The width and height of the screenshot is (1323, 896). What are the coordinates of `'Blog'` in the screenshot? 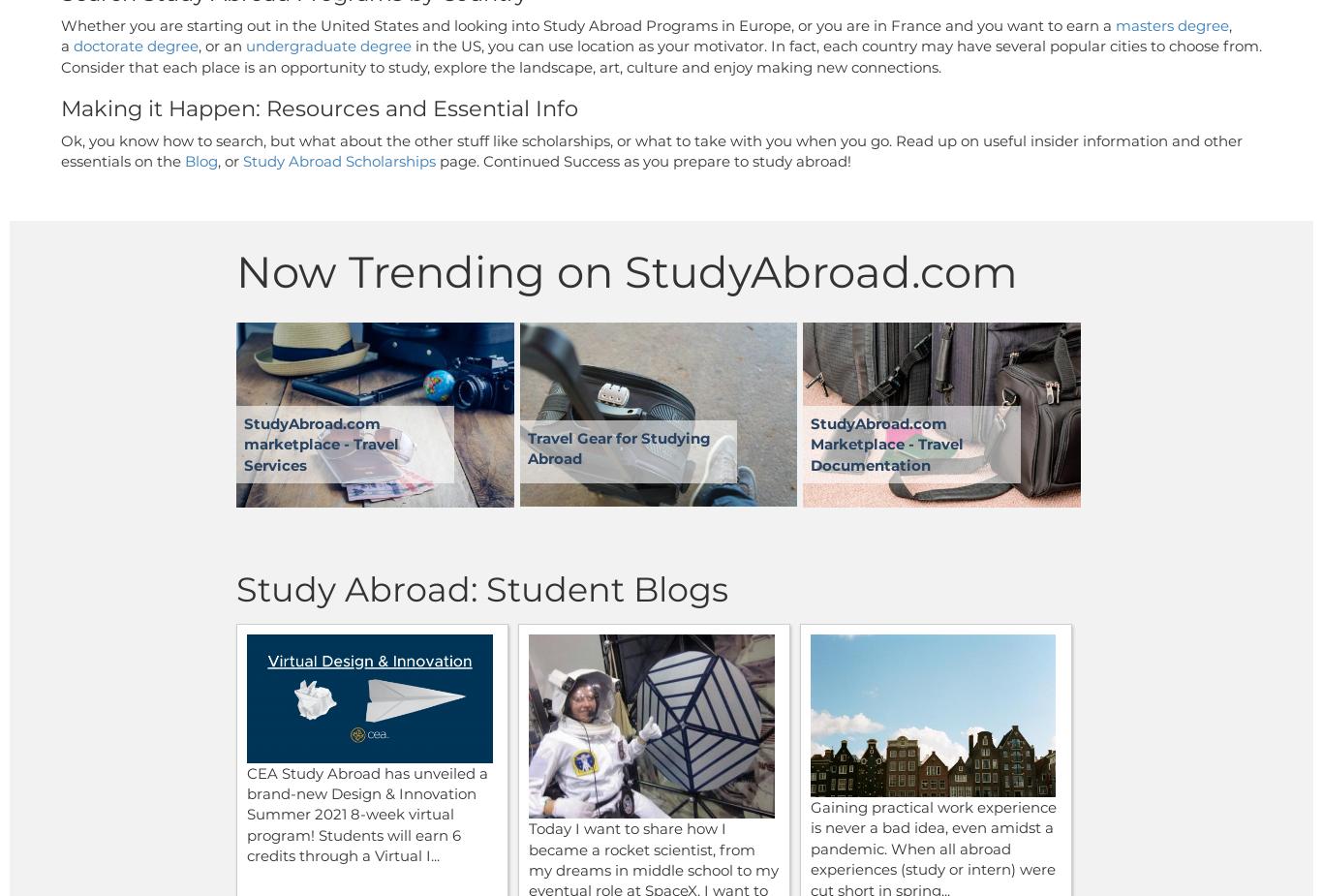 It's located at (200, 160).